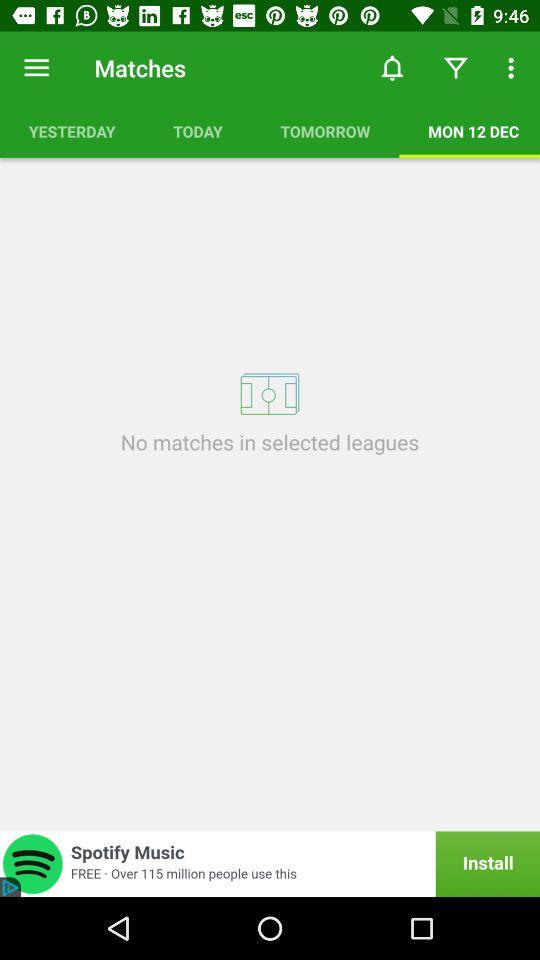  I want to click on open advertisement, so click(270, 863).